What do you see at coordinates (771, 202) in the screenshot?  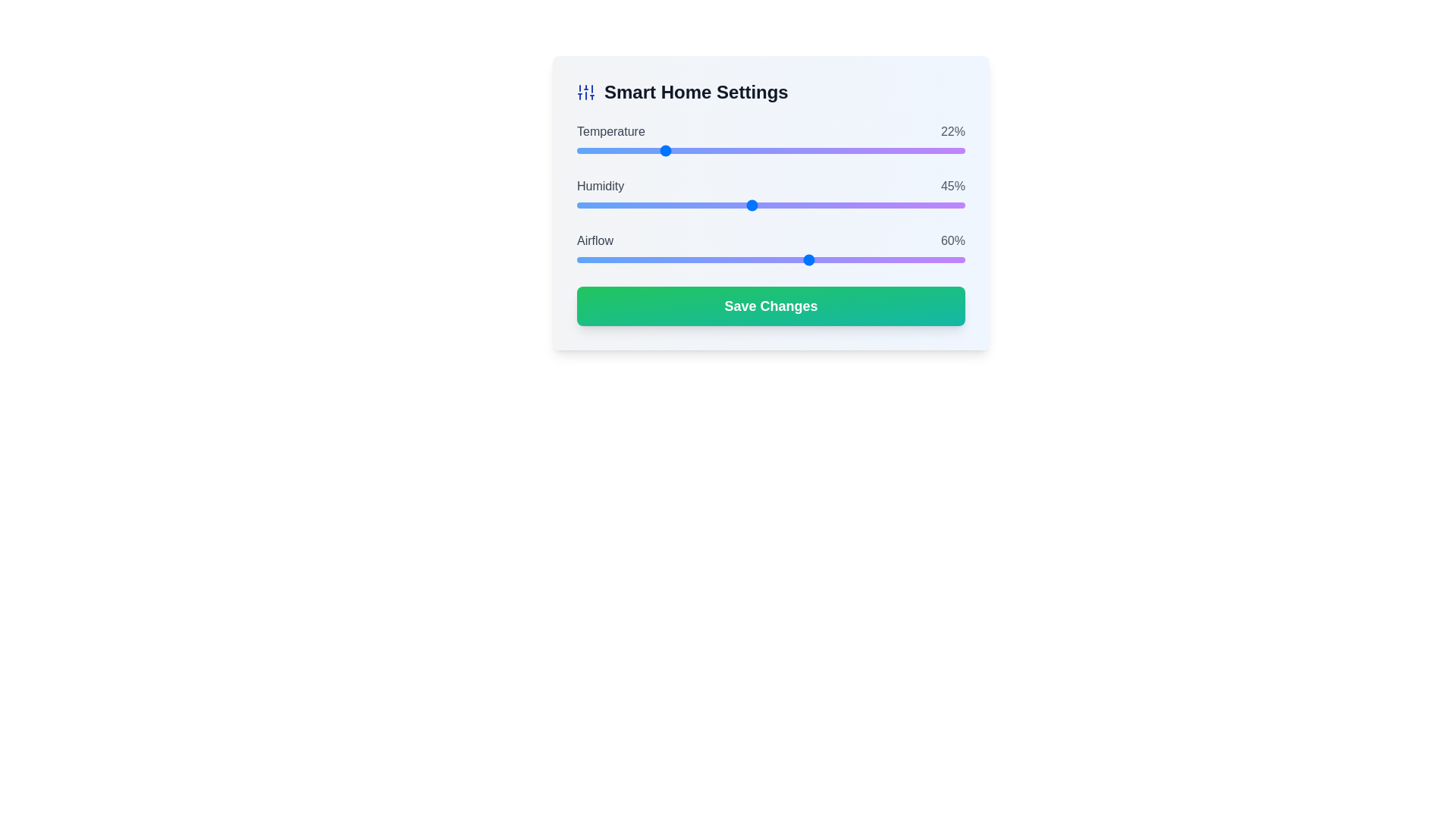 I see `keyboard navigation` at bounding box center [771, 202].